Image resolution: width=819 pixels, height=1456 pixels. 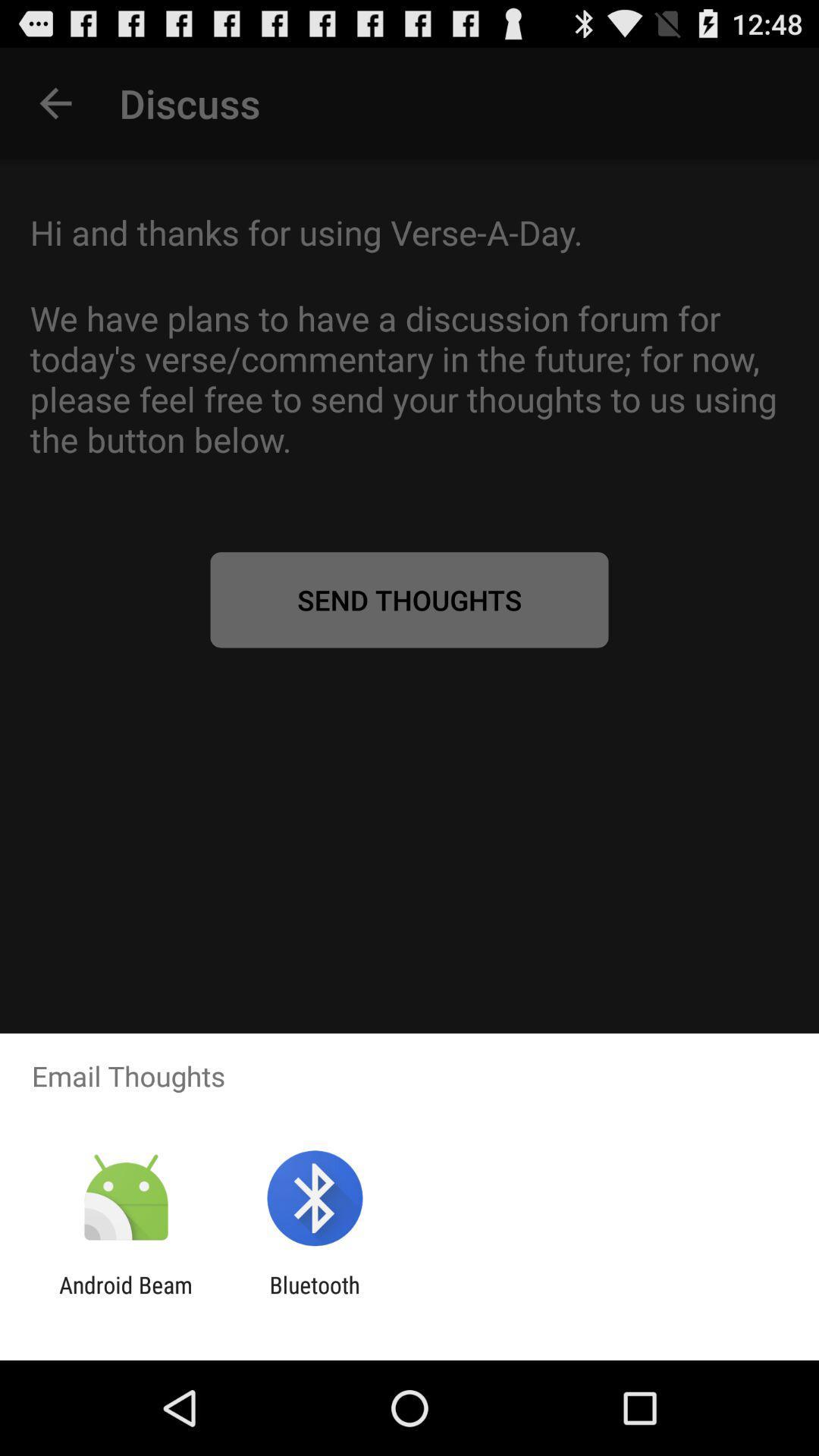 What do you see at coordinates (314, 1298) in the screenshot?
I see `the app to the right of android beam item` at bounding box center [314, 1298].